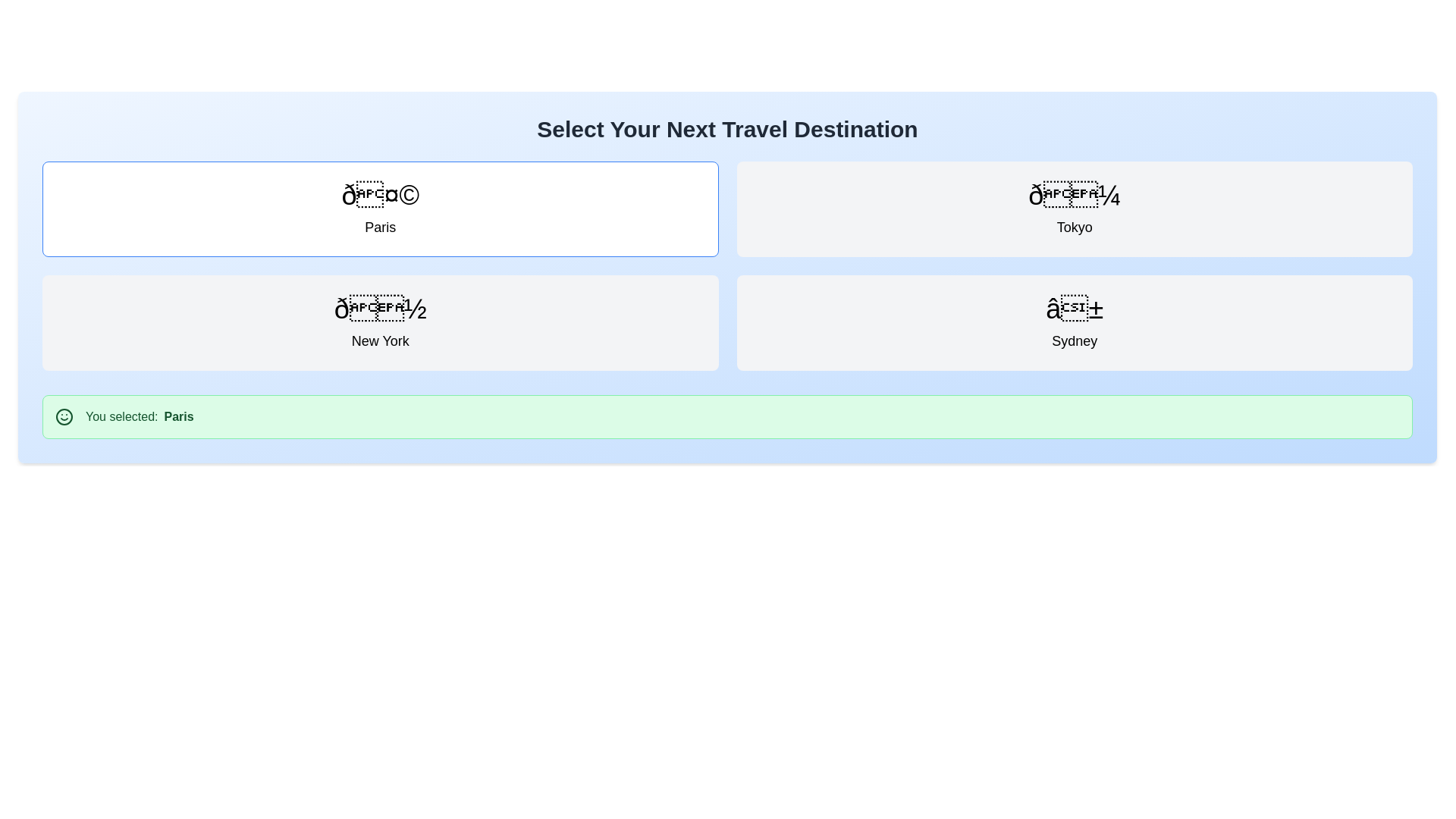 Image resolution: width=1456 pixels, height=819 pixels. Describe the element at coordinates (1074, 195) in the screenshot. I see `the text-based icon representing 'Tokyo', located near the top-right corner of the page` at that location.